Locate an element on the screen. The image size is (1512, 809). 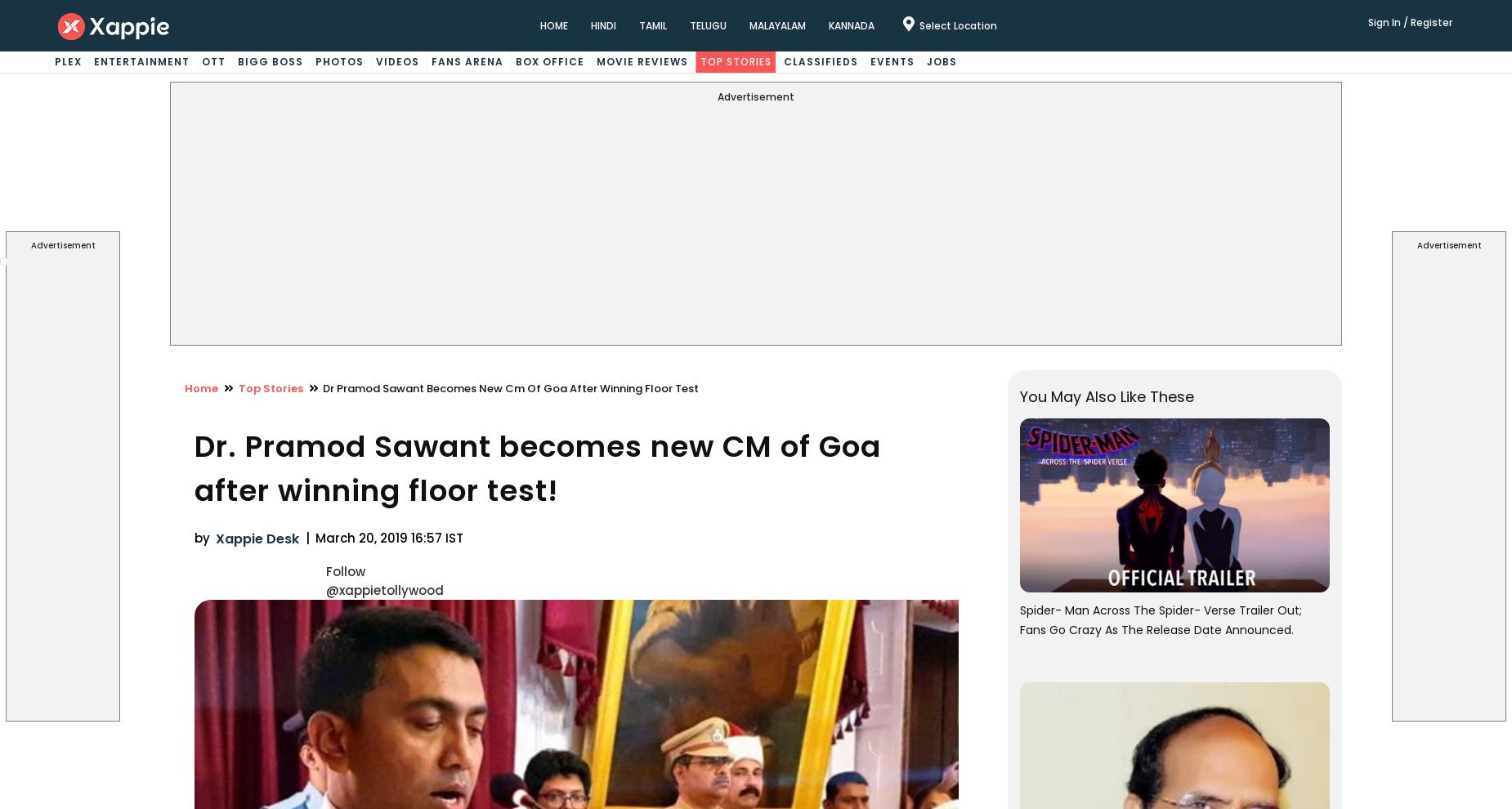
'Xappie Desk' is located at coordinates (257, 539).